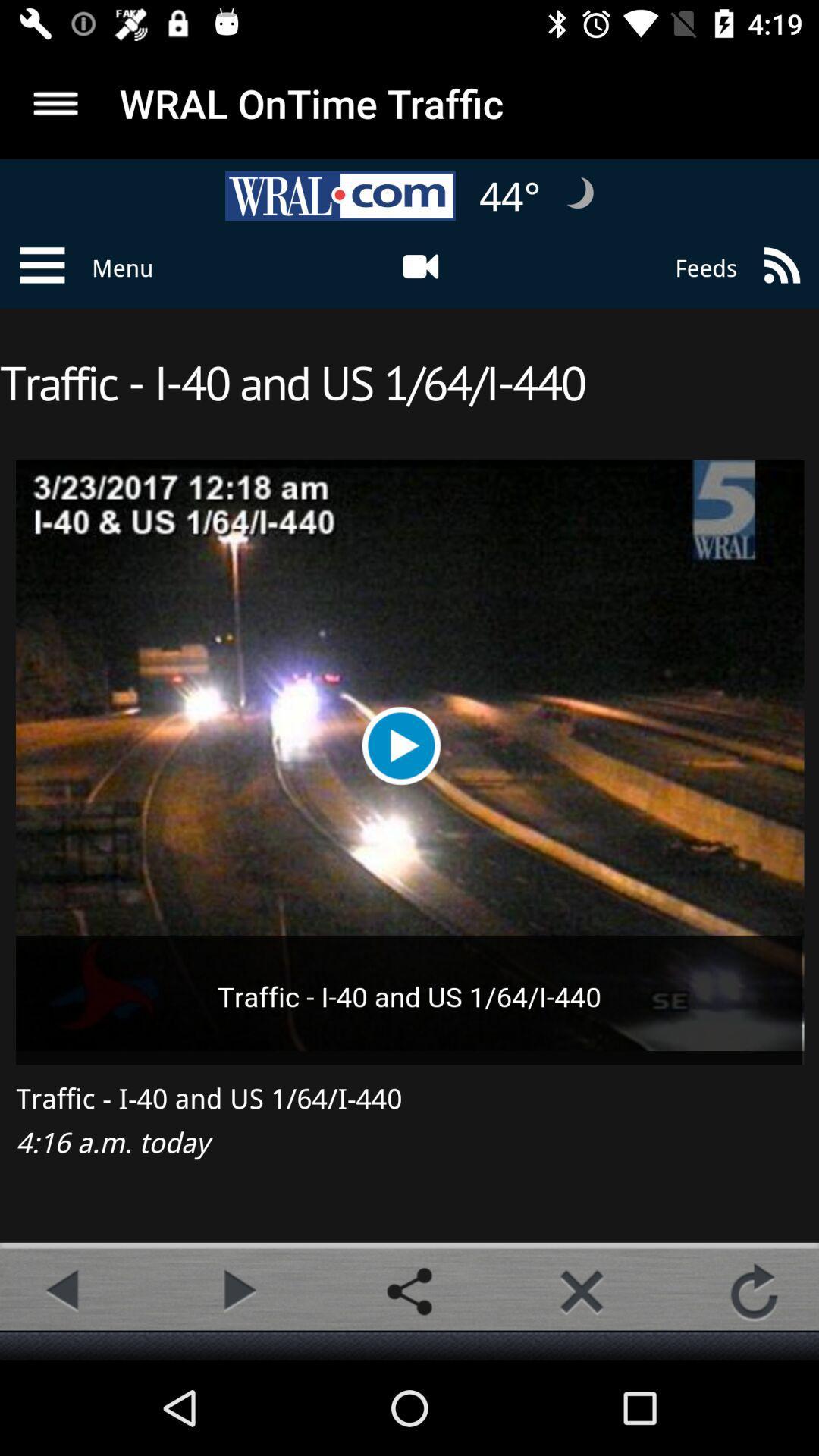 The image size is (819, 1456). I want to click on refresh, so click(754, 1291).